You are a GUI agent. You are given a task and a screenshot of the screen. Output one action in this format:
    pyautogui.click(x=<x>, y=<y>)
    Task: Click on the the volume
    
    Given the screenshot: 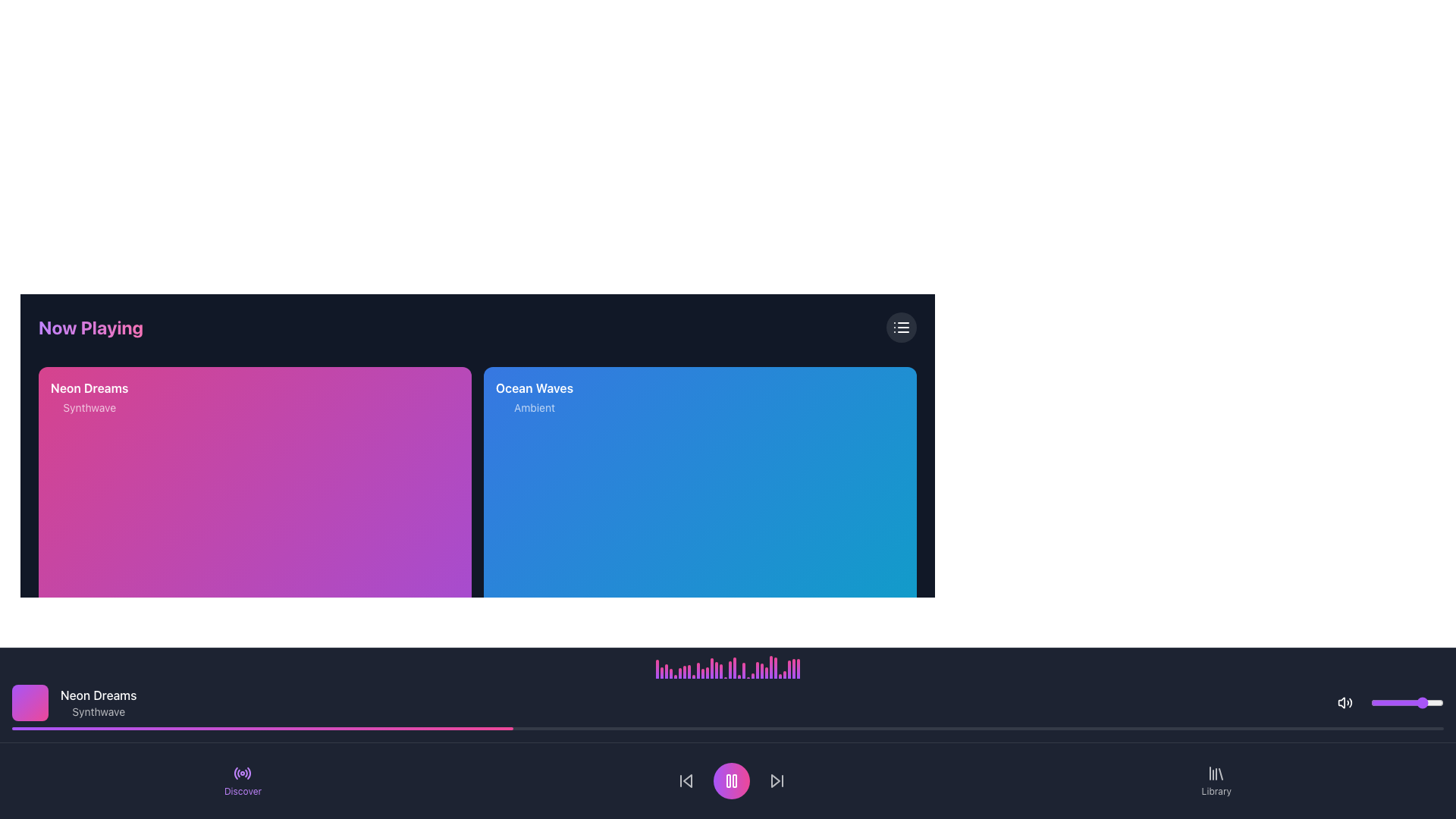 What is the action you would take?
    pyautogui.click(x=1416, y=702)
    